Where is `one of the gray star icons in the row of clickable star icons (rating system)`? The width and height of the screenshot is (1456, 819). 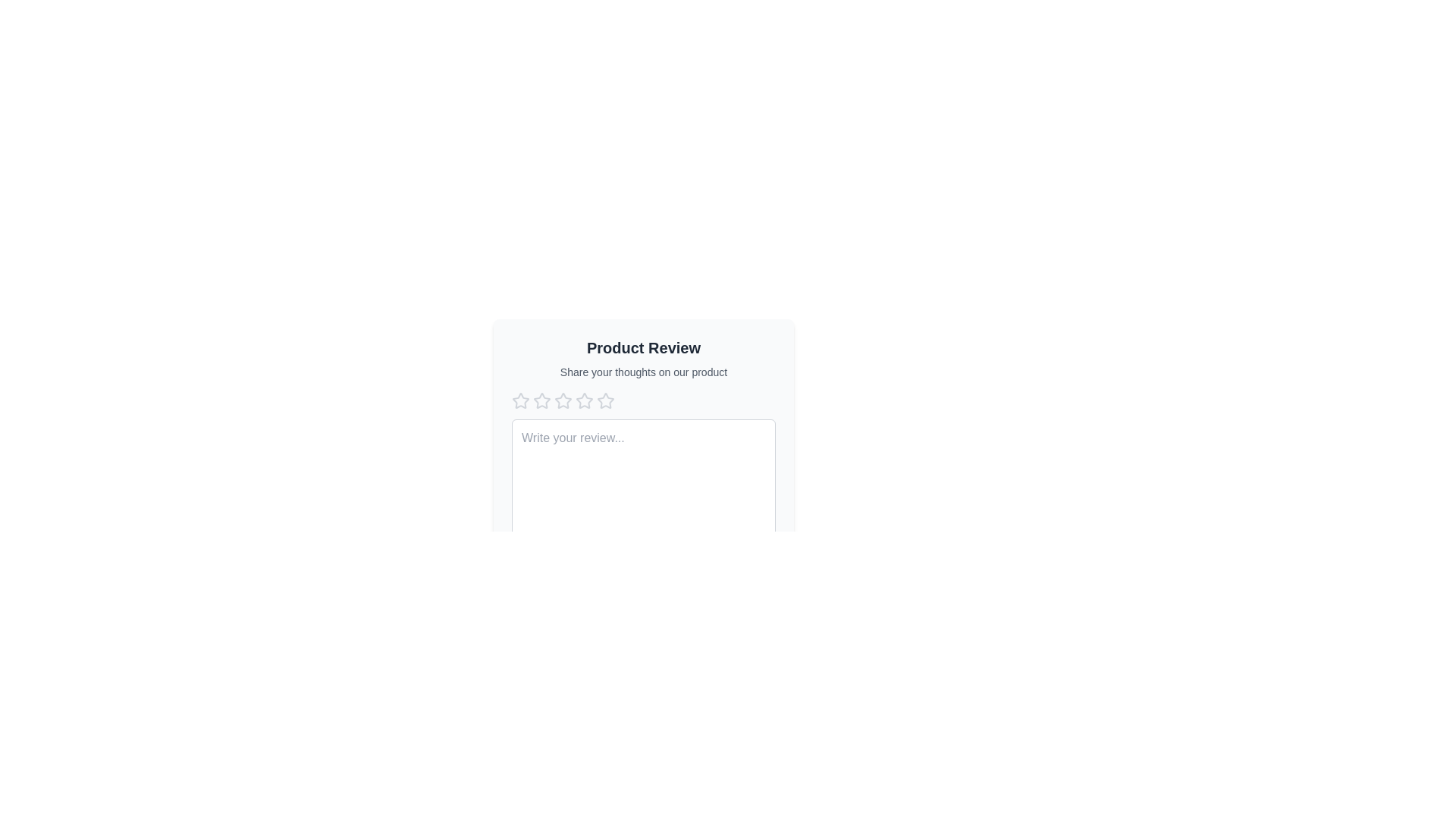 one of the gray star icons in the row of clickable star icons (rating system) is located at coordinates (644, 400).